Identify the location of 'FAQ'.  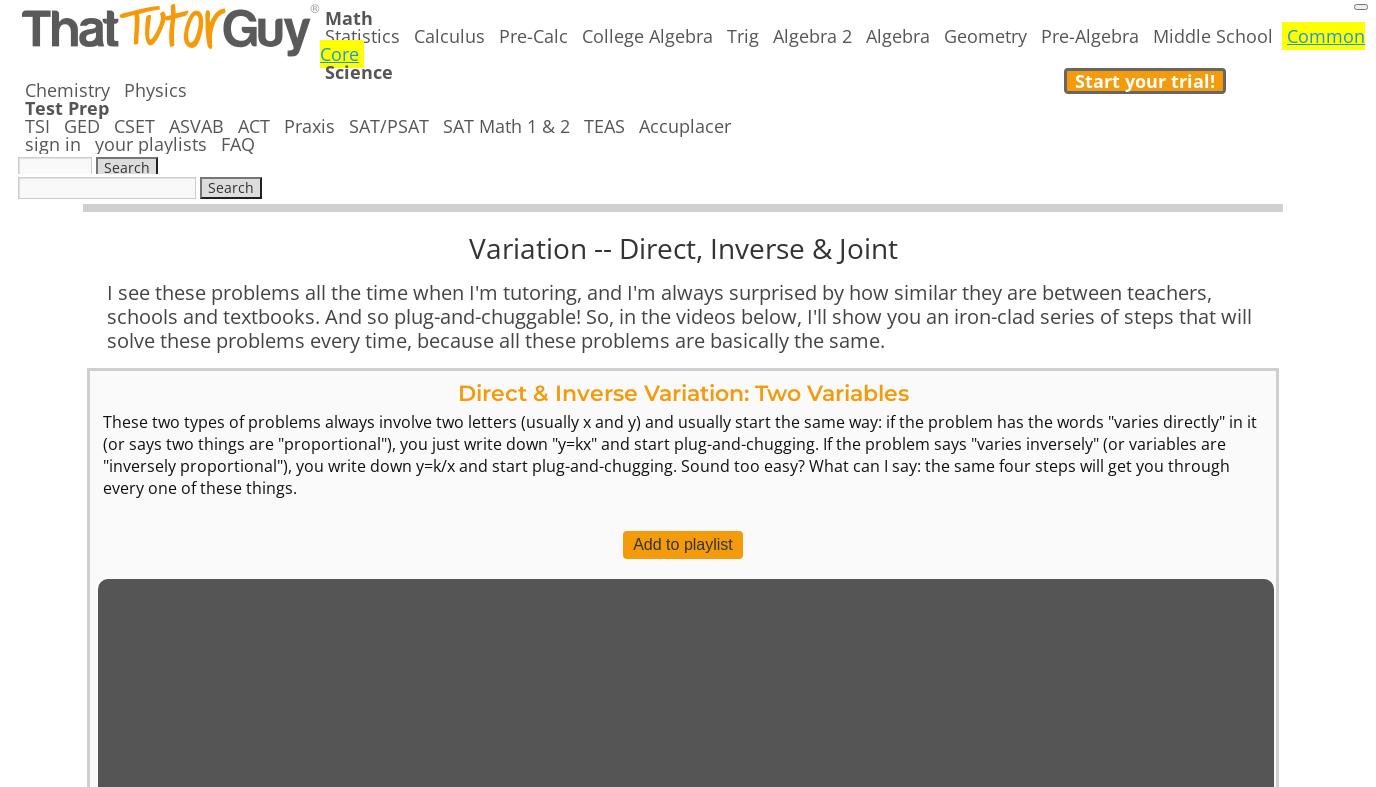
(220, 144).